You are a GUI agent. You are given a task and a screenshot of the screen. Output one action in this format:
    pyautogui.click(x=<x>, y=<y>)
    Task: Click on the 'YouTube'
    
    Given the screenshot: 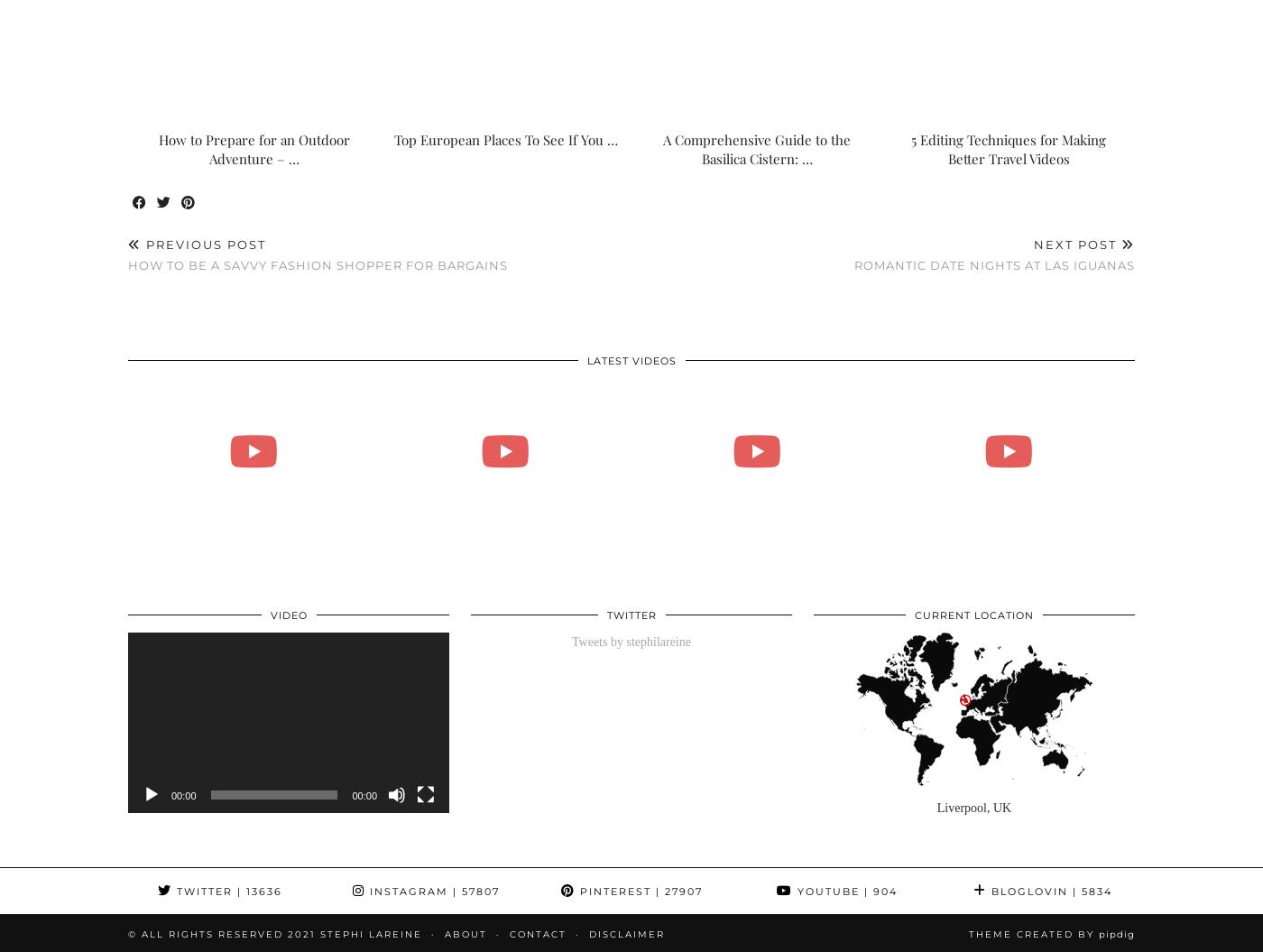 What is the action you would take?
    pyautogui.click(x=826, y=892)
    